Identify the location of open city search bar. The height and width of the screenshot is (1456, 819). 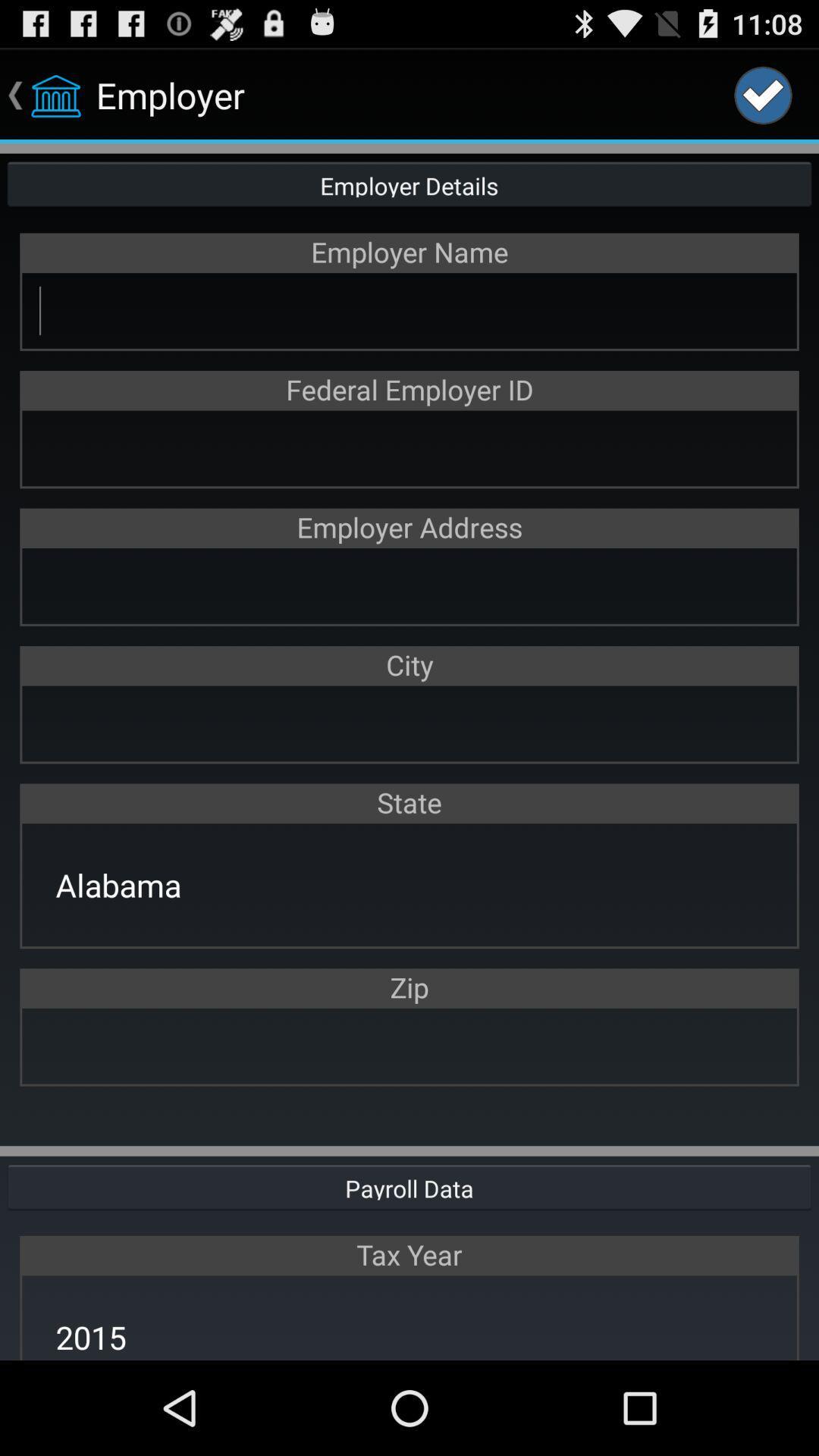
(409, 723).